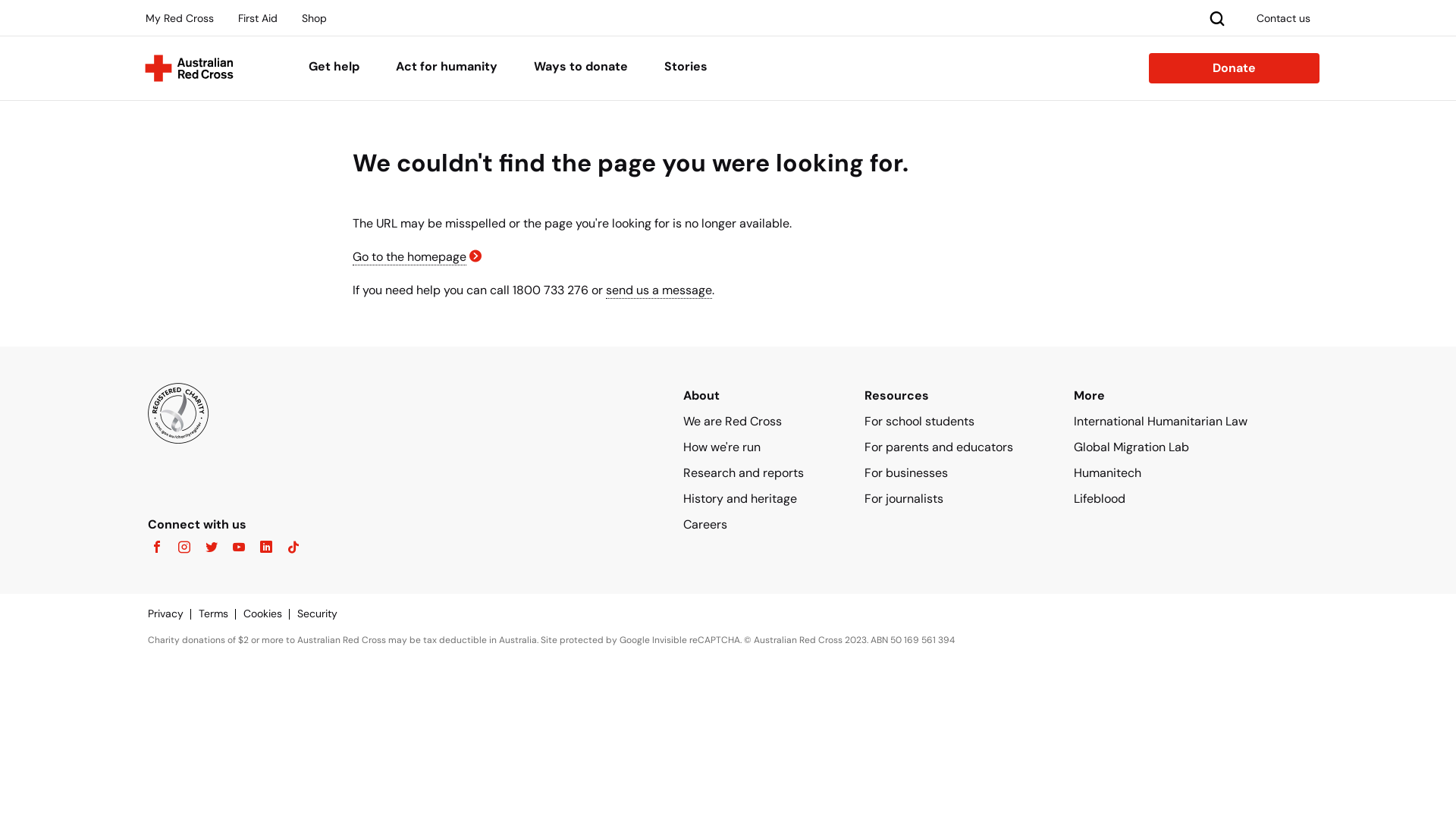  Describe the element at coordinates (1203, 17) in the screenshot. I see `'Search'` at that location.